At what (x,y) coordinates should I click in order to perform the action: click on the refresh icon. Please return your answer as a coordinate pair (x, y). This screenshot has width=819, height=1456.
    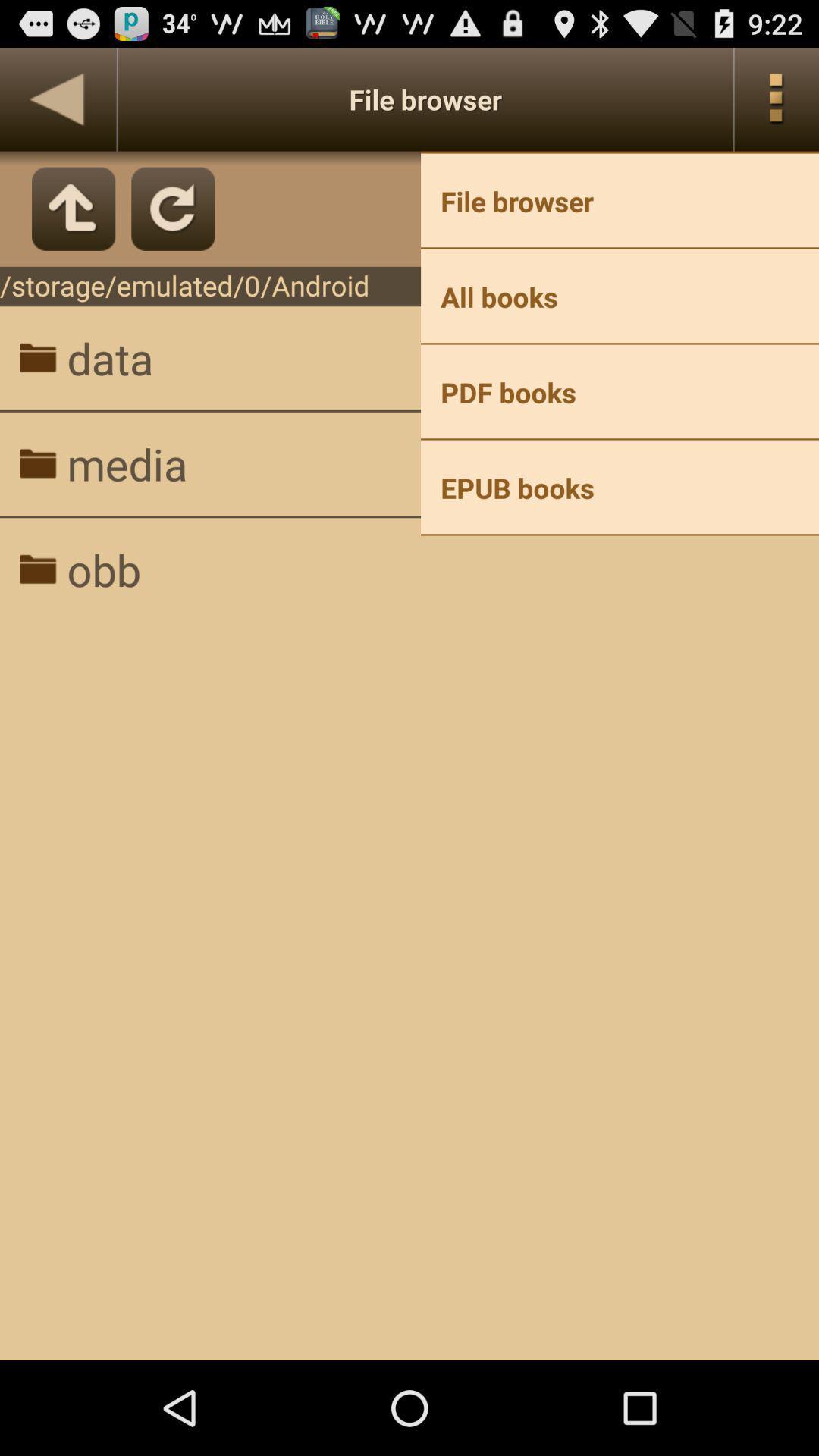
    Looking at the image, I should click on (172, 222).